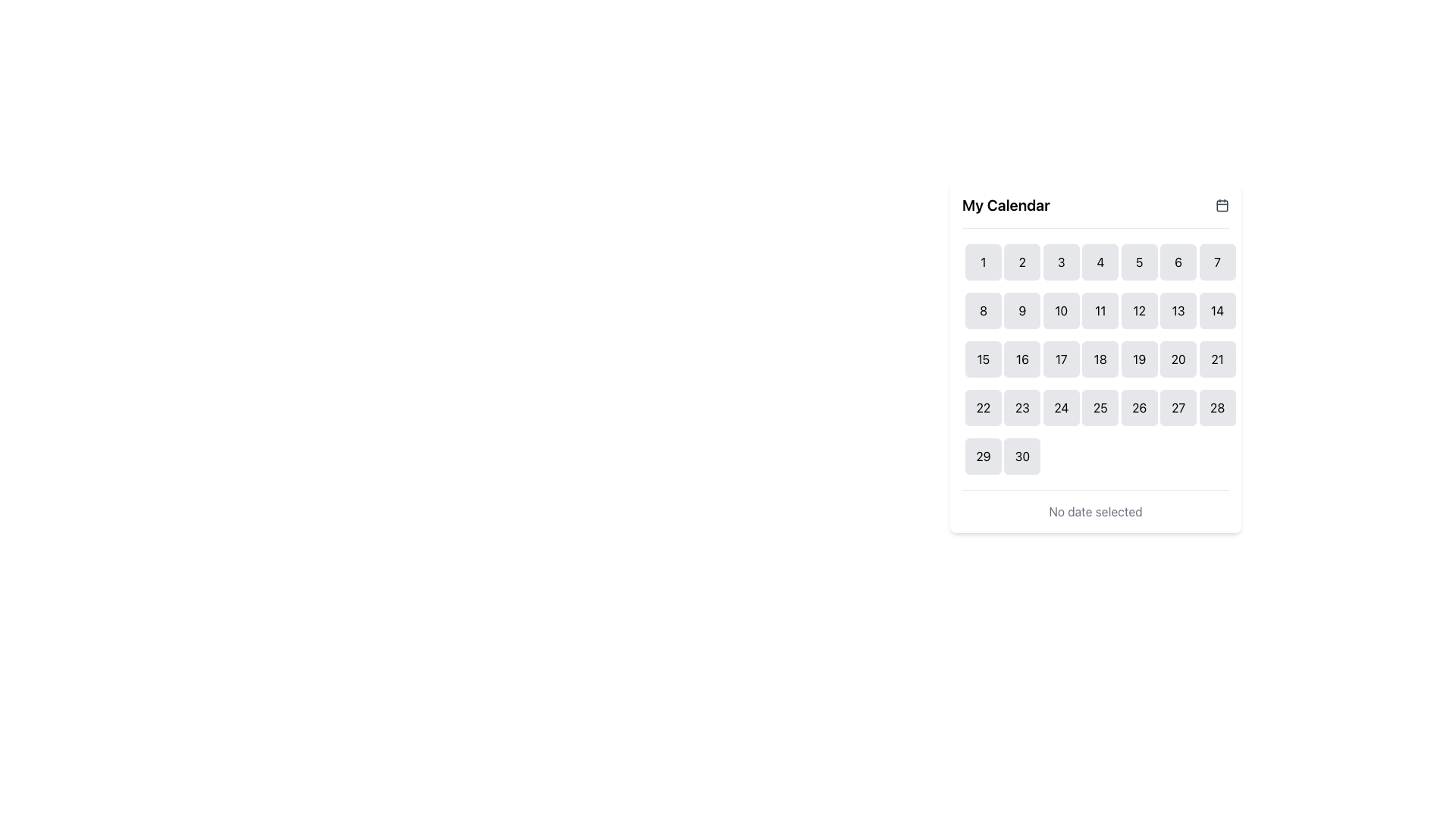 The width and height of the screenshot is (1456, 819). Describe the element at coordinates (1006, 205) in the screenshot. I see `the 'My Calendar' text label, which is bold and prominently displayed in the upper-left corner of the calendar UI header` at that location.